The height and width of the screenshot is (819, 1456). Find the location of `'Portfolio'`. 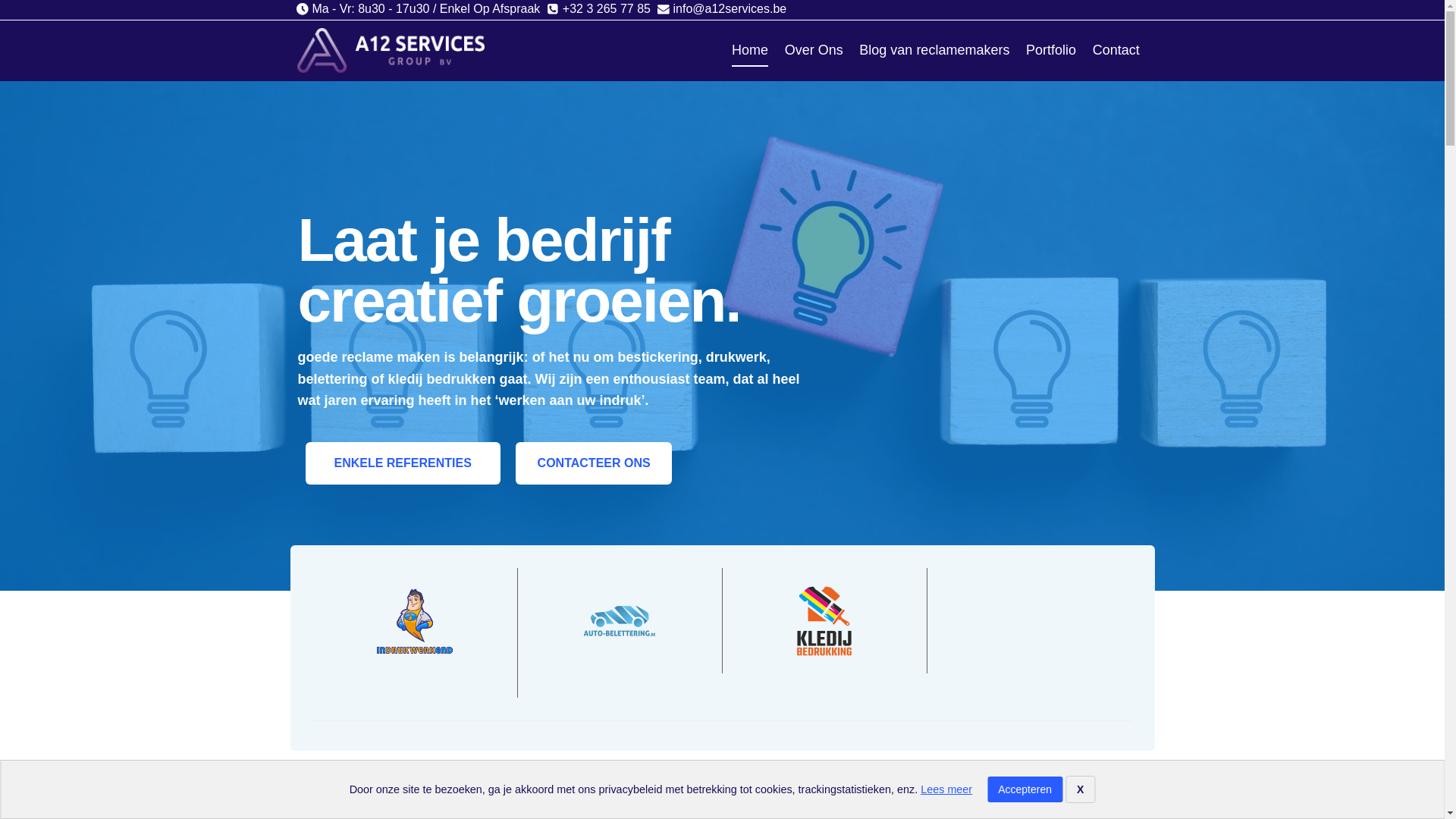

'Portfolio' is located at coordinates (1050, 49).